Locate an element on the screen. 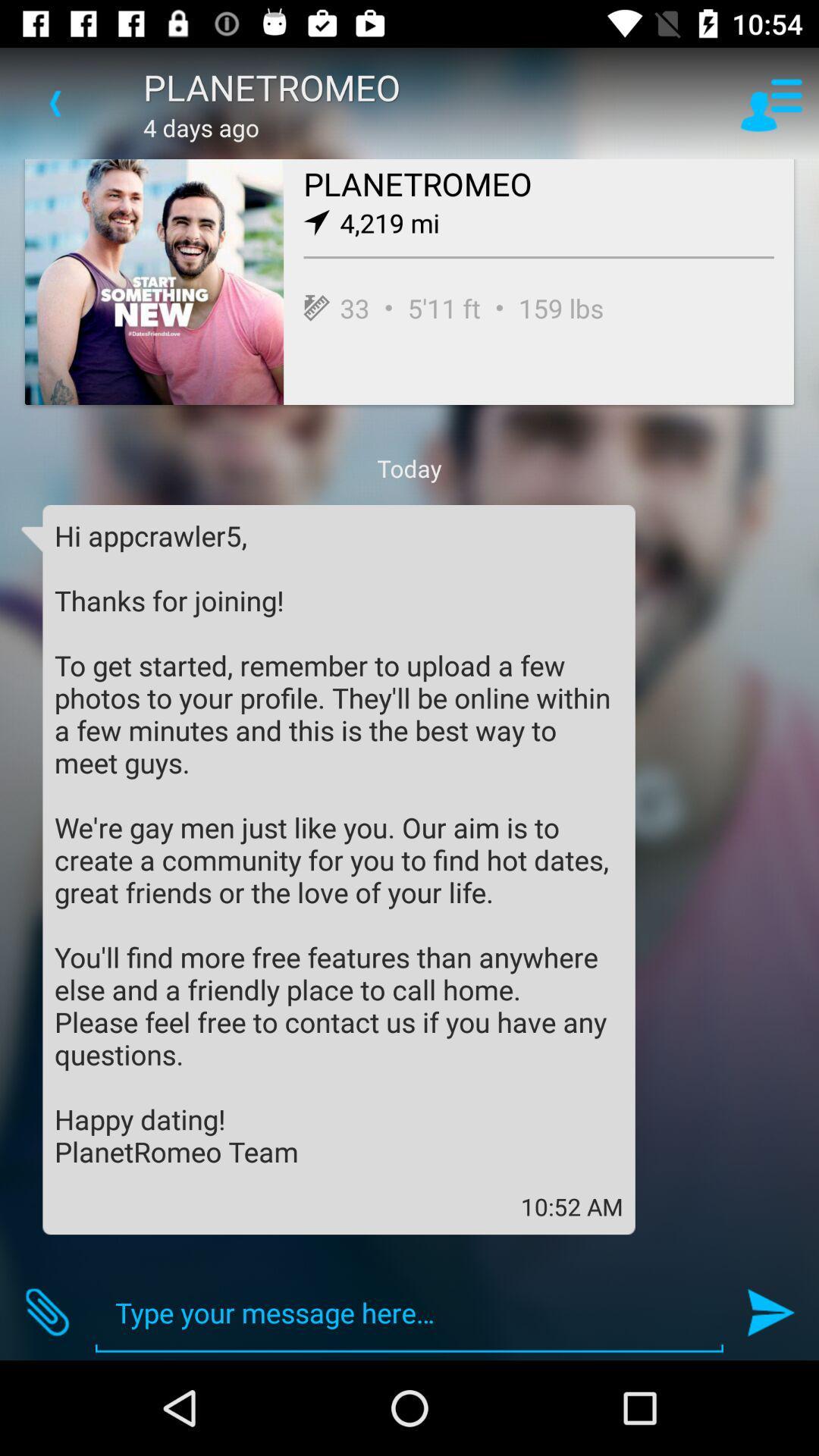 The width and height of the screenshot is (819, 1456). icon at the top right corner is located at coordinates (771, 102).